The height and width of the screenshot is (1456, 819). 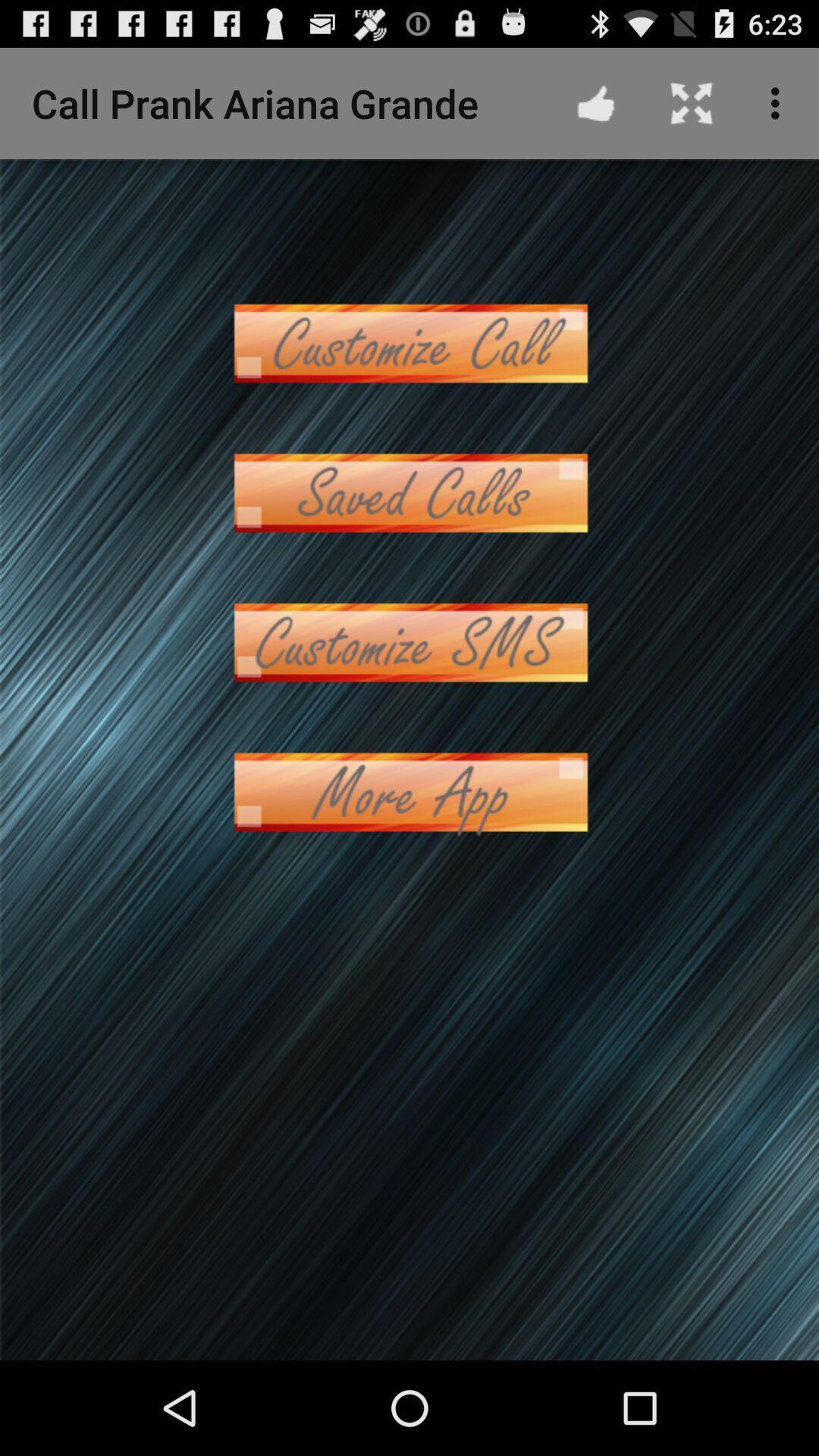 I want to click on the app to the right of the call prank ariana, so click(x=595, y=102).